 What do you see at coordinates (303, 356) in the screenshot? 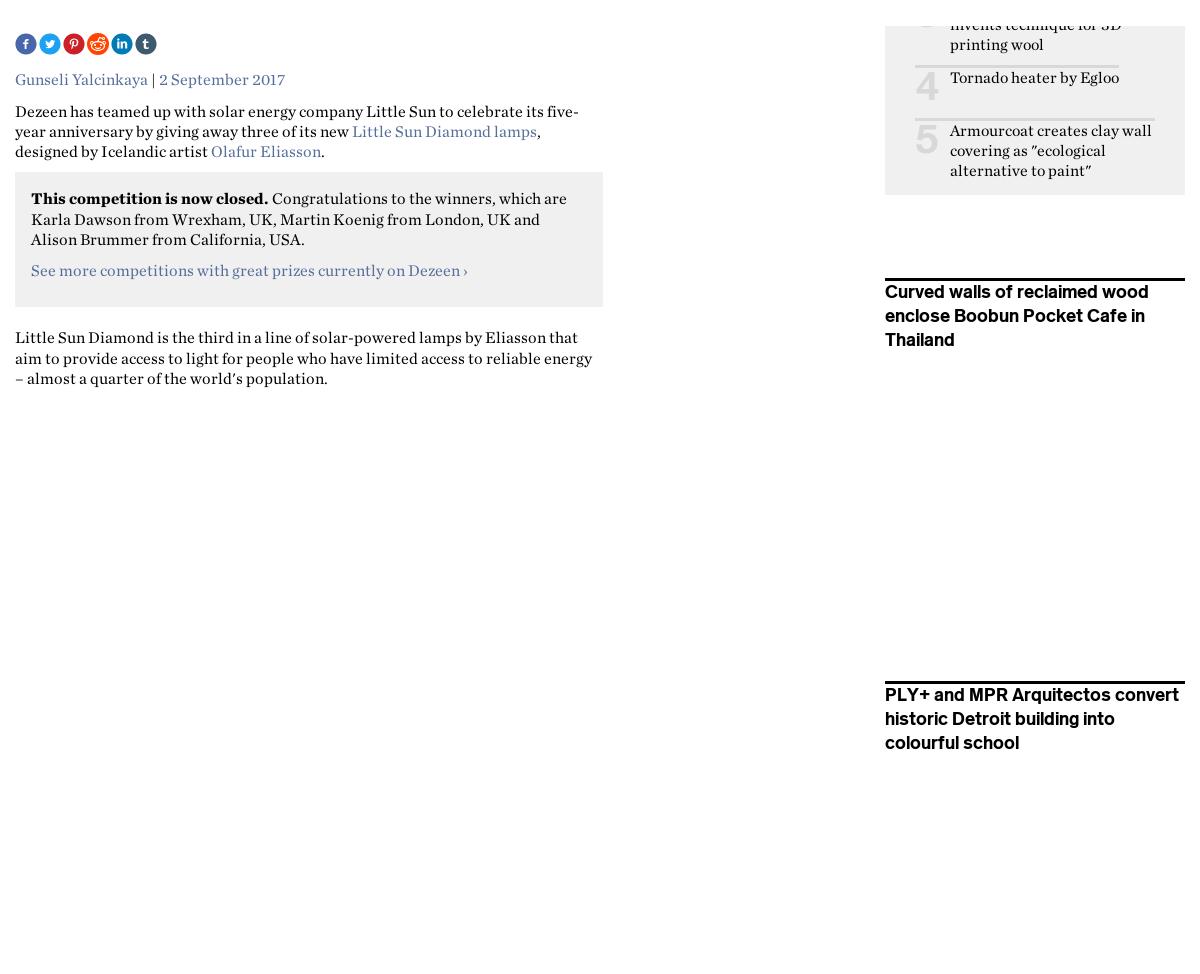
I see `'Little Sun Diamond is the third in a line of solar-powered lamps by Eliasson that aim to provide access to light for people who have limited access to reliable energy – almost a quarter of the world's population.'` at bounding box center [303, 356].